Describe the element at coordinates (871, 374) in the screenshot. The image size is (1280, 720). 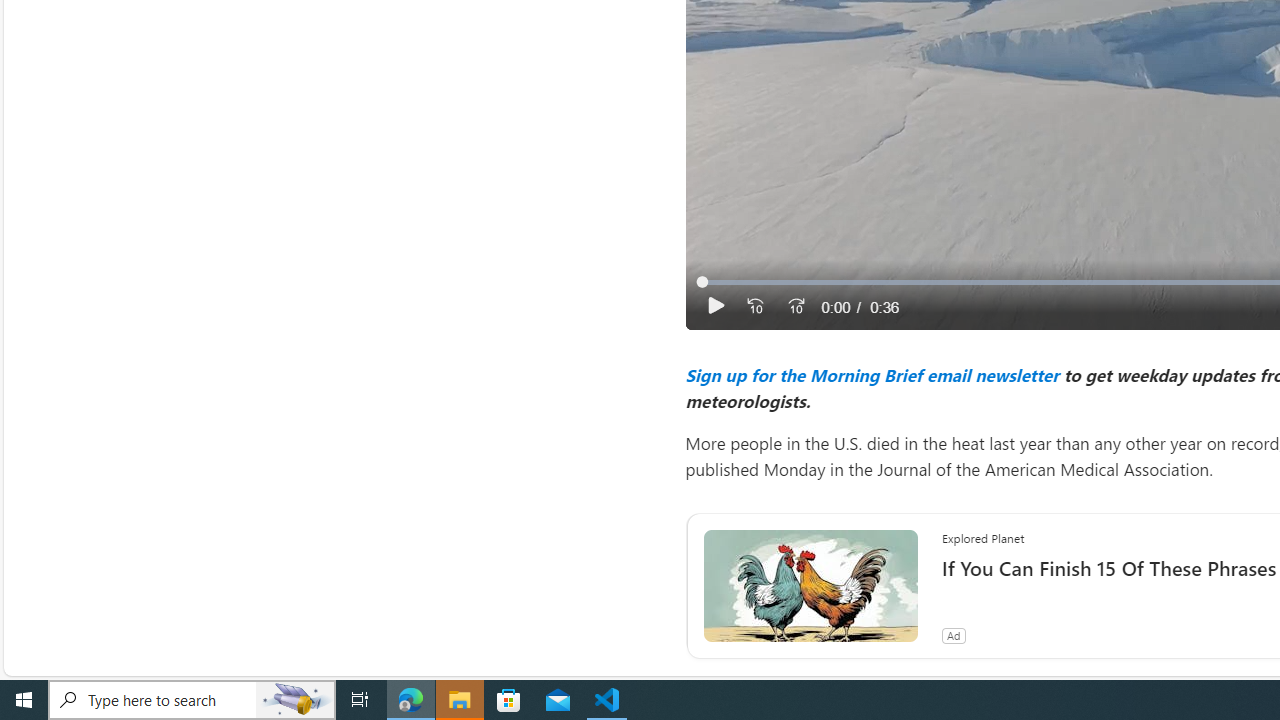
I see `'Sign up for the Morning Brief email newsletter'` at that location.